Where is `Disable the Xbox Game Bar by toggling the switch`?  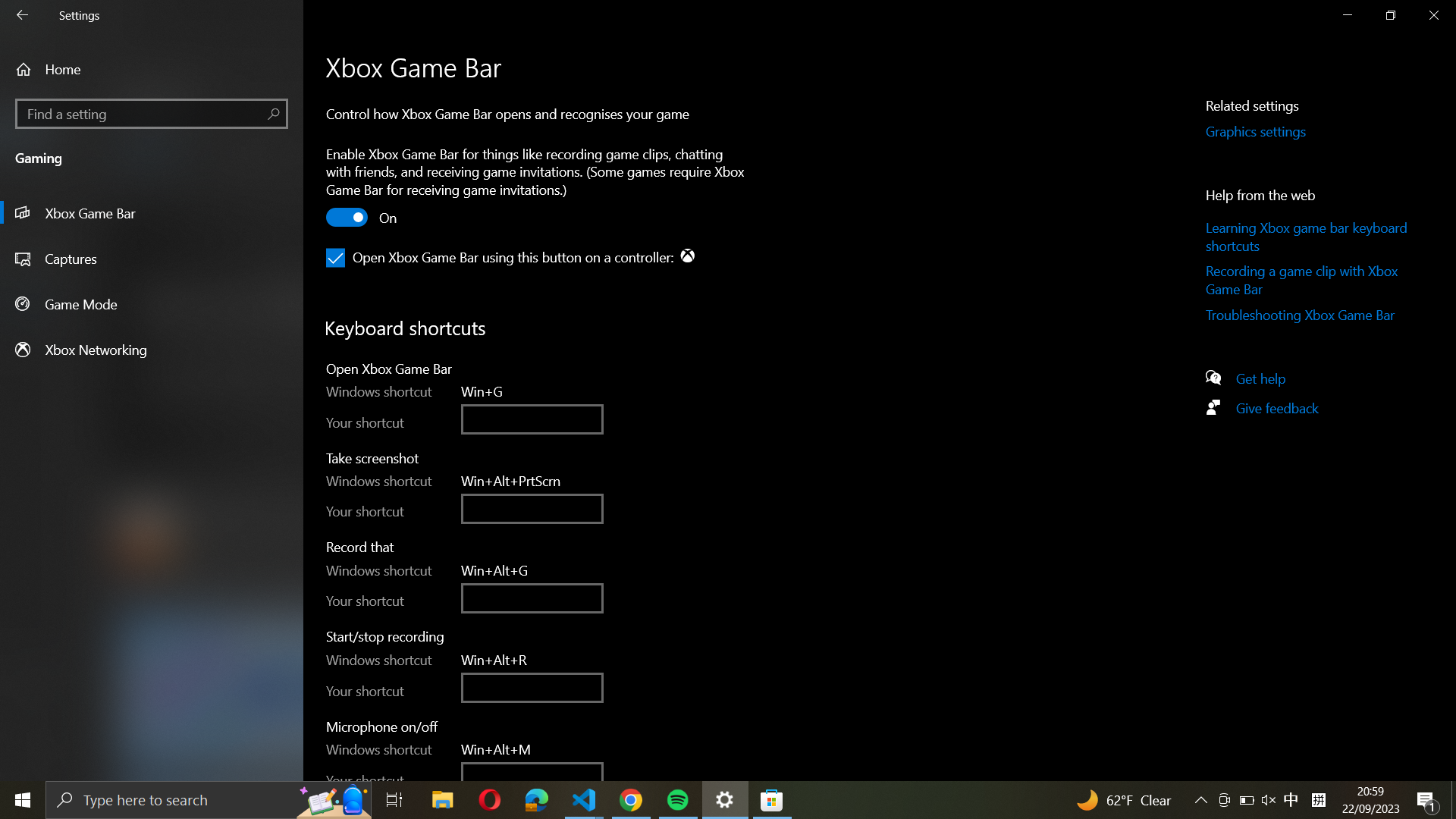
Disable the Xbox Game Bar by toggling the switch is located at coordinates (347, 219).